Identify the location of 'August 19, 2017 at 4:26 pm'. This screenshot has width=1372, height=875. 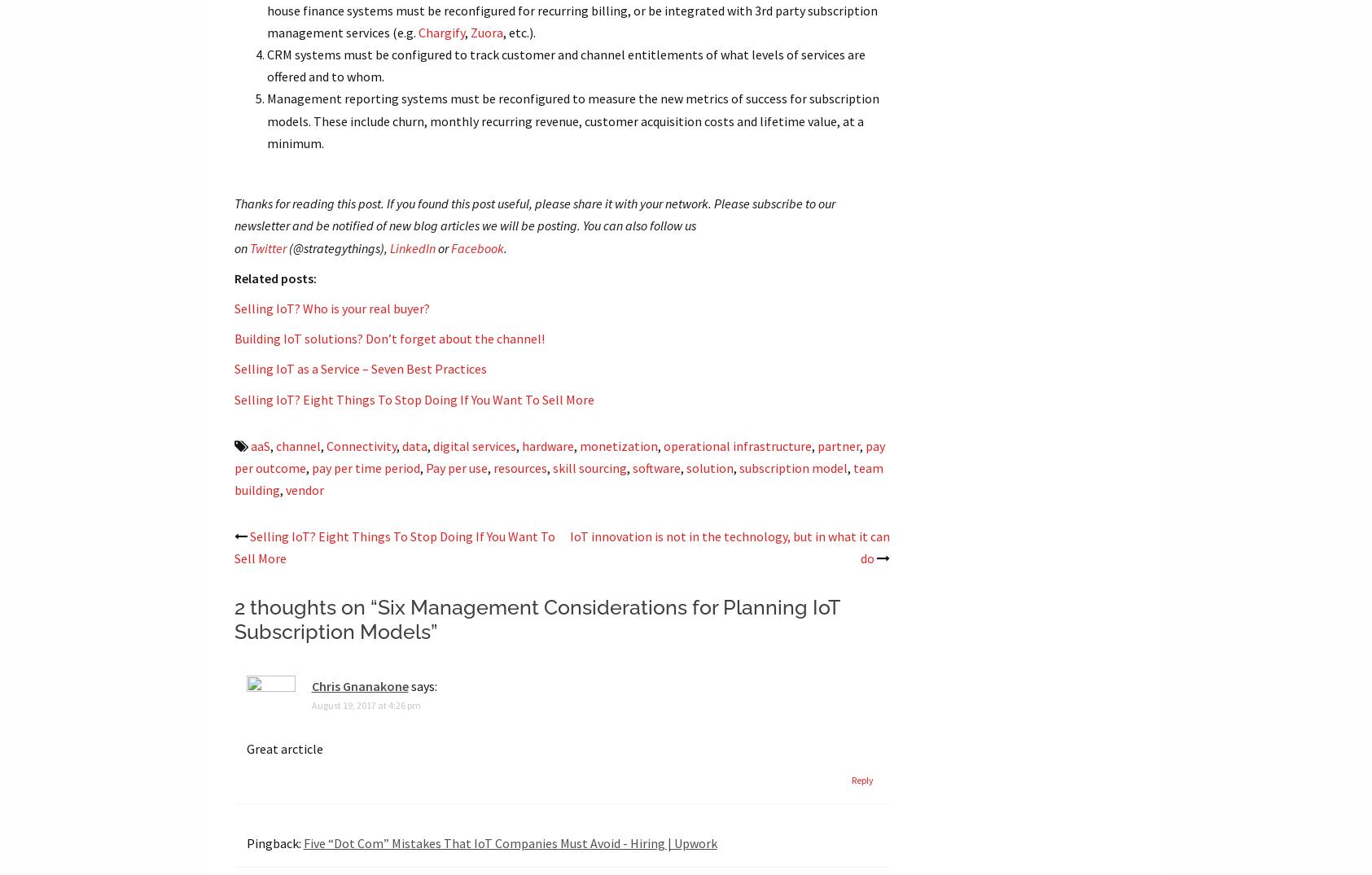
(309, 704).